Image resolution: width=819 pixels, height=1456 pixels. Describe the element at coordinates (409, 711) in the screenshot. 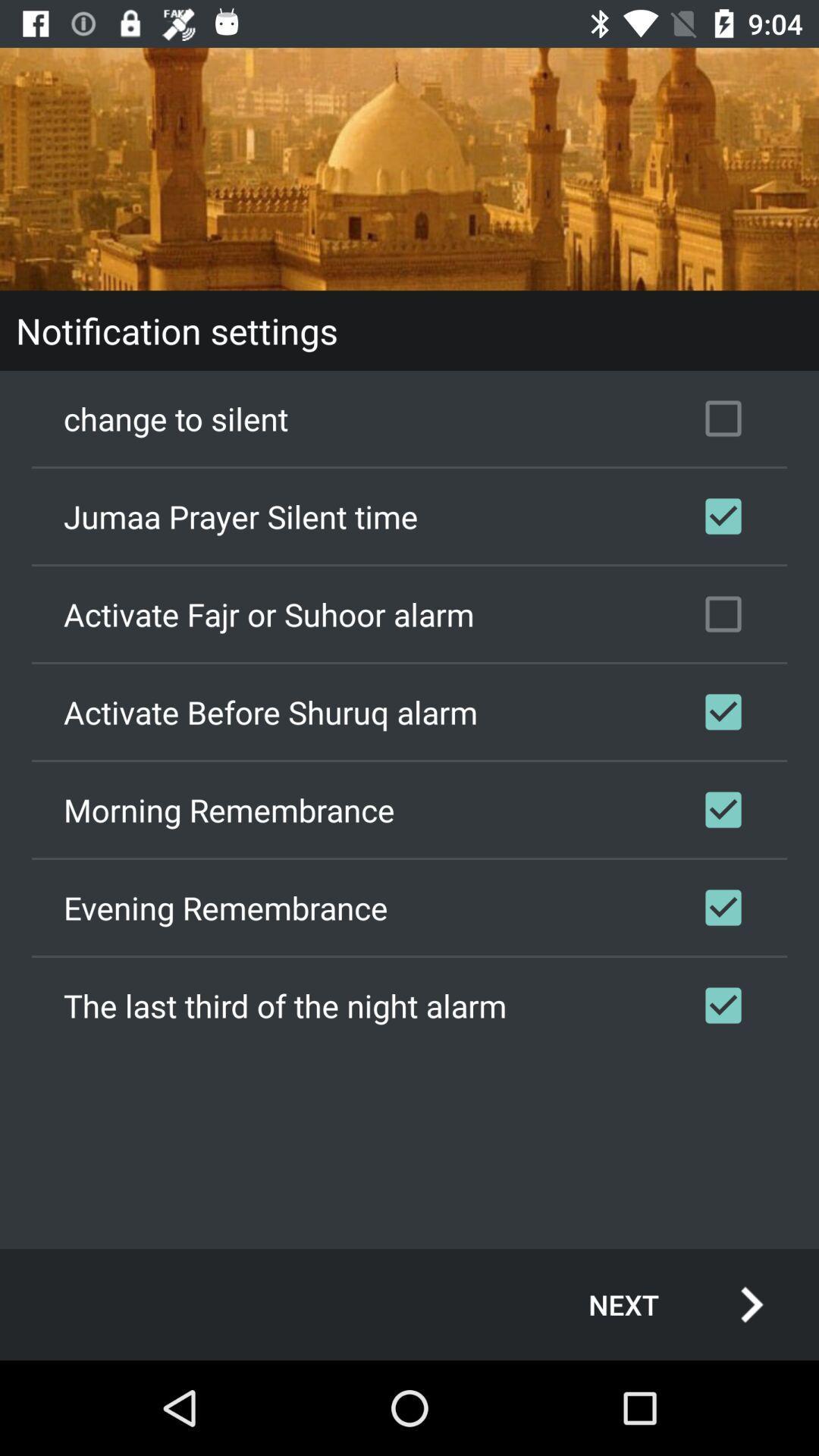

I see `the checkbox below the activate fajr or checkbox` at that location.